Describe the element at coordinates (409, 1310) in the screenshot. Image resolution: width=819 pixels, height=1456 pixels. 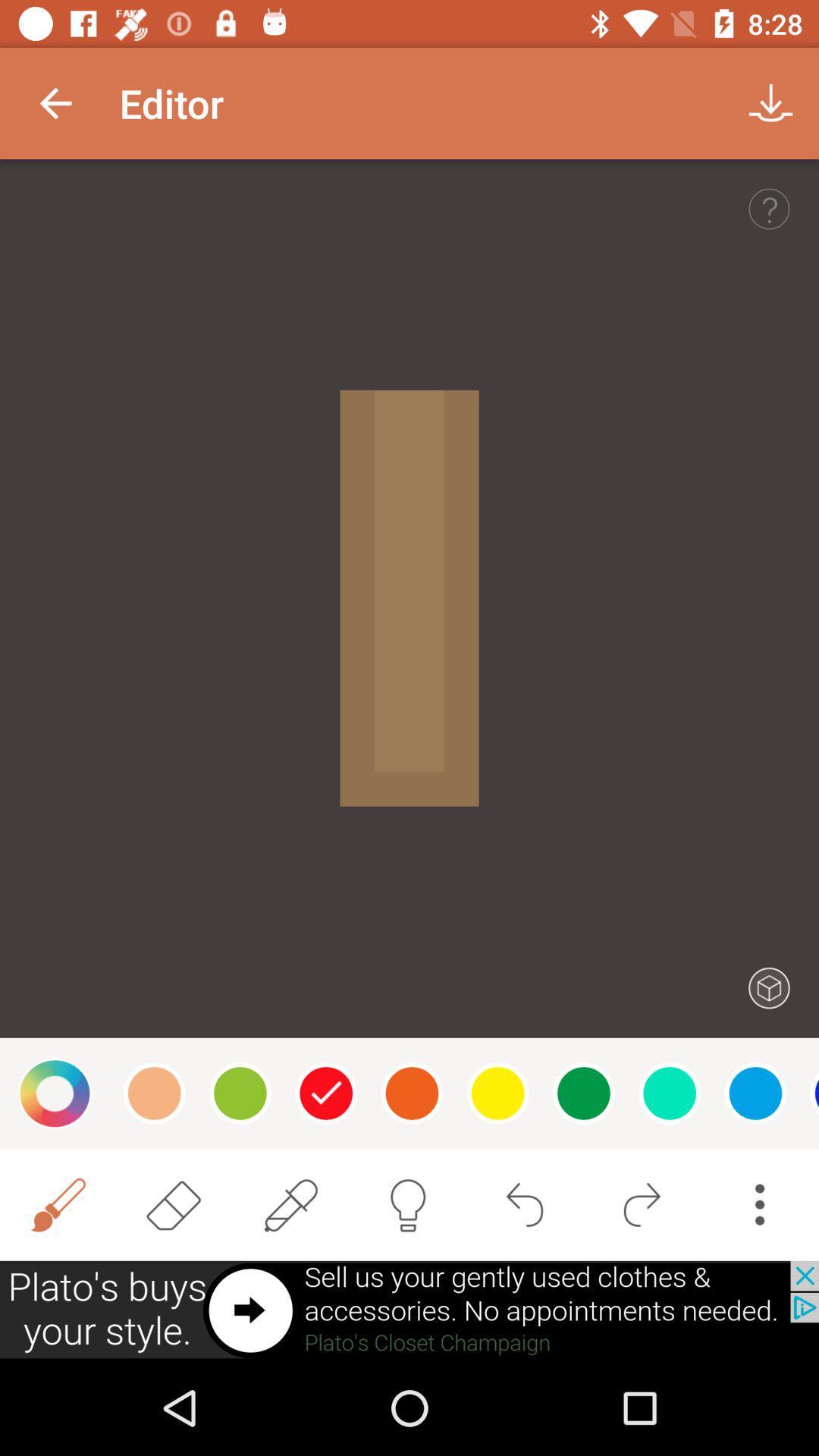
I see `advert pop up` at that location.